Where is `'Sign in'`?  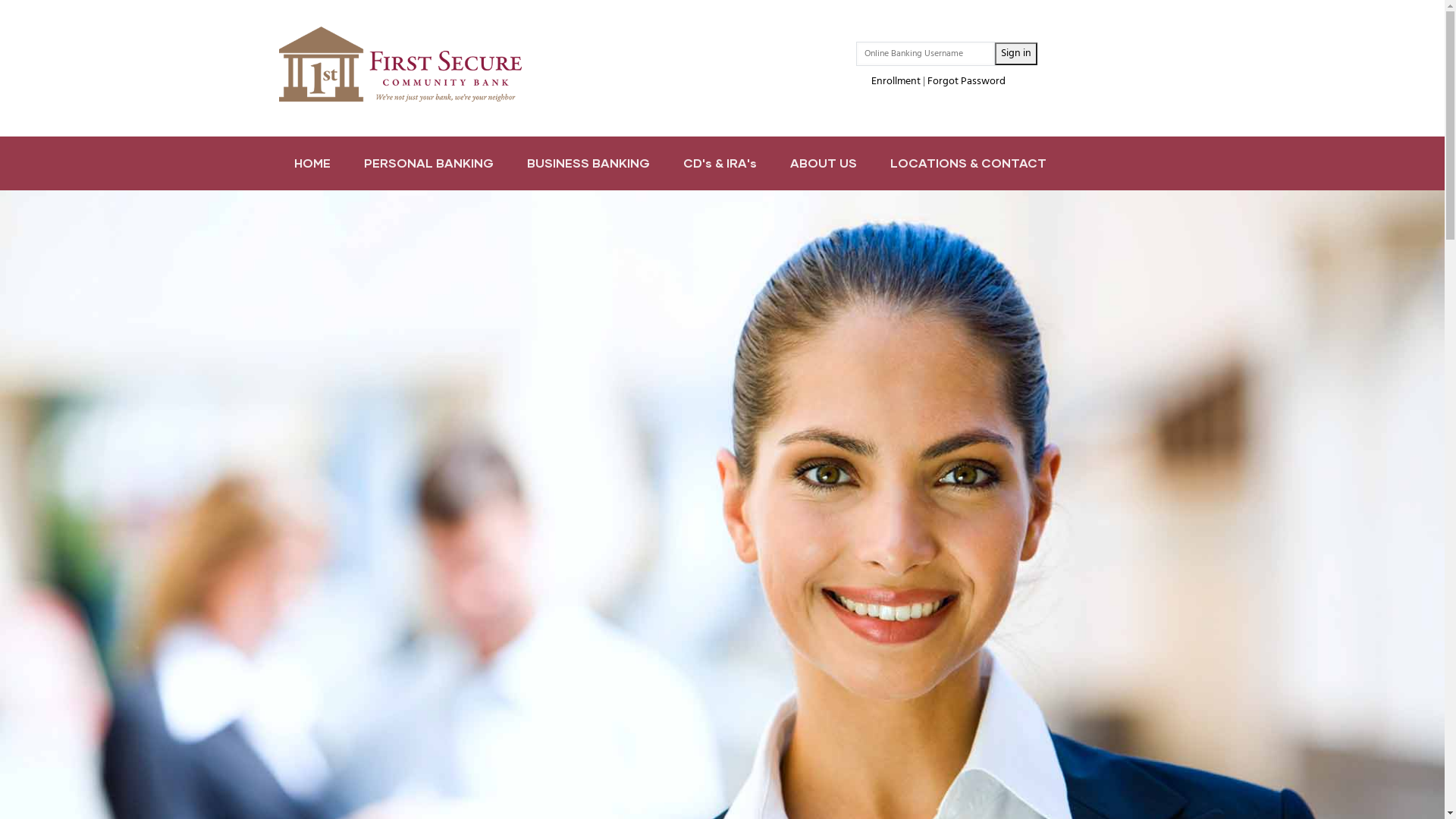
'Sign in' is located at coordinates (1015, 52).